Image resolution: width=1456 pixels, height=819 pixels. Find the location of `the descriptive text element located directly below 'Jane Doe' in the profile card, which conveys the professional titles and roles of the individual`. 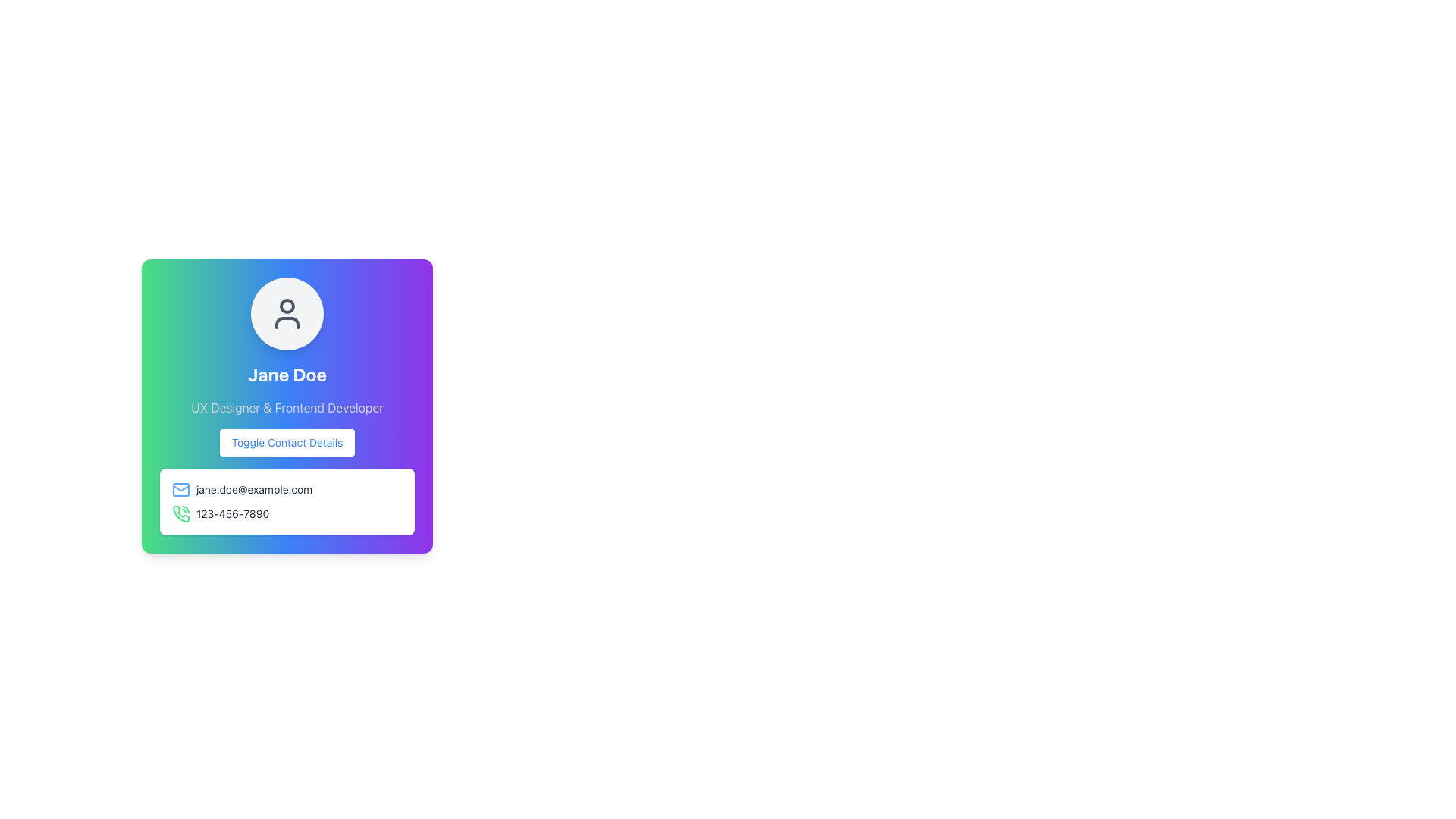

the descriptive text element located directly below 'Jane Doe' in the profile card, which conveys the professional titles and roles of the individual is located at coordinates (287, 406).